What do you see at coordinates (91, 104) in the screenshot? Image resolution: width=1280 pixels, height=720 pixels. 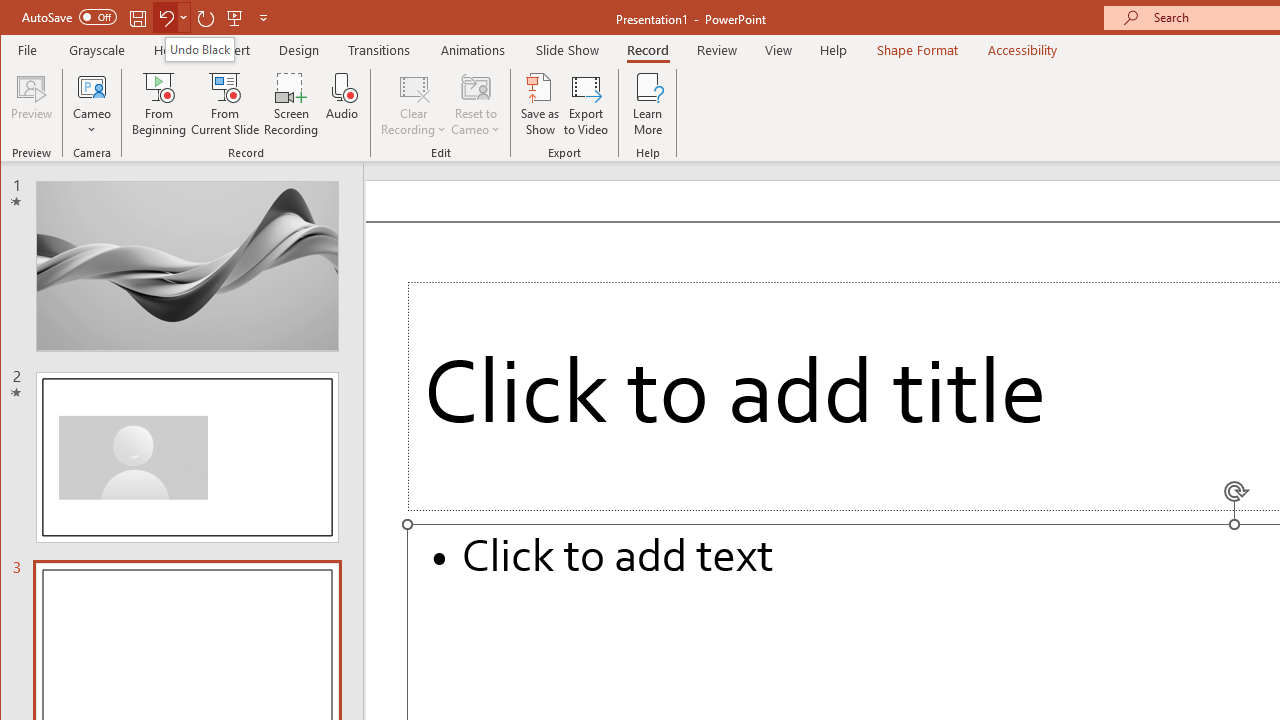 I see `'Cameo'` at bounding box center [91, 104].